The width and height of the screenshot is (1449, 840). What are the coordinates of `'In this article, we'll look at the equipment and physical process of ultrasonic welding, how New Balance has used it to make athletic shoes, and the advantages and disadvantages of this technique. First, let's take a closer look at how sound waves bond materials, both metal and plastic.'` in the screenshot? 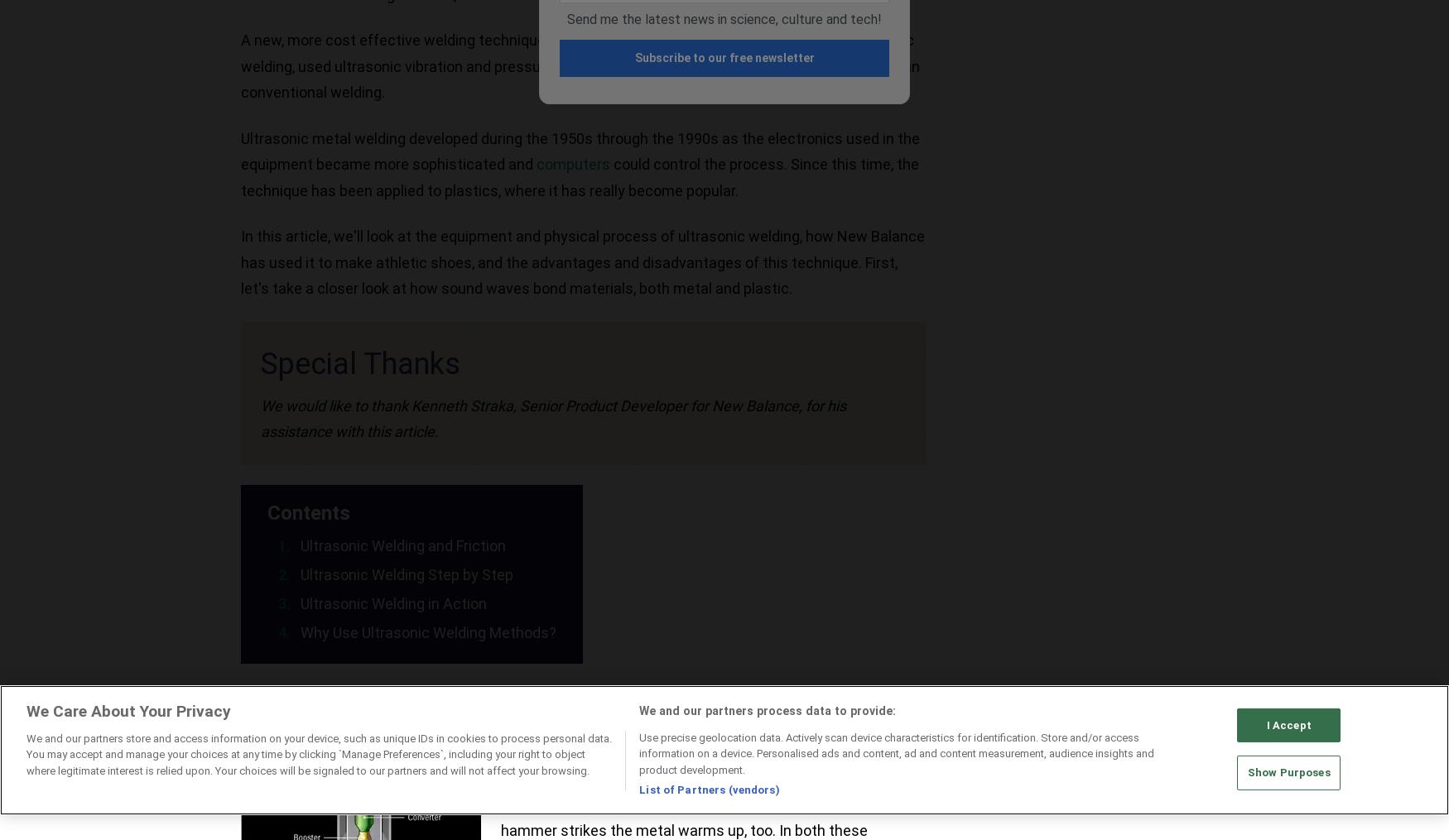 It's located at (583, 261).